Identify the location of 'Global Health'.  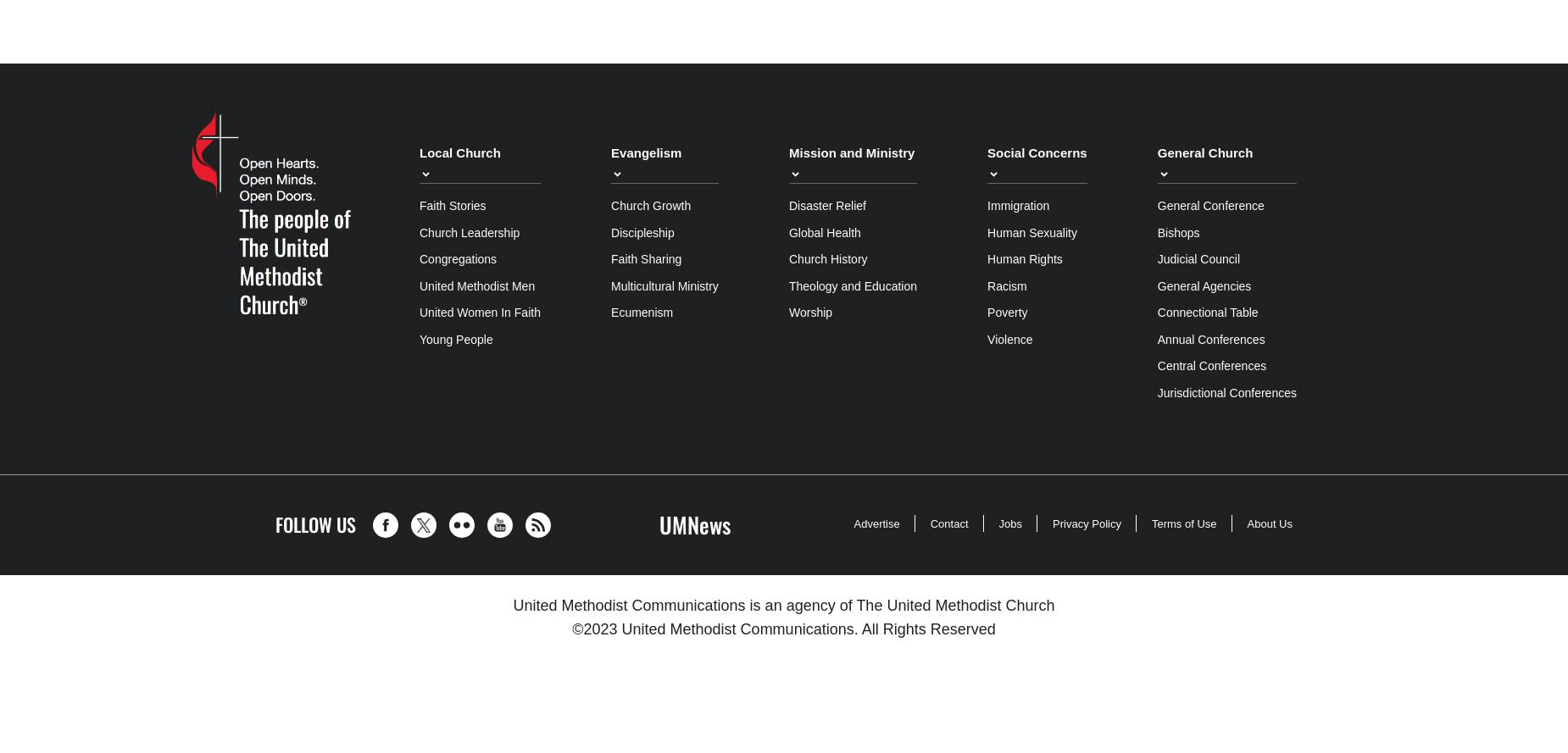
(823, 231).